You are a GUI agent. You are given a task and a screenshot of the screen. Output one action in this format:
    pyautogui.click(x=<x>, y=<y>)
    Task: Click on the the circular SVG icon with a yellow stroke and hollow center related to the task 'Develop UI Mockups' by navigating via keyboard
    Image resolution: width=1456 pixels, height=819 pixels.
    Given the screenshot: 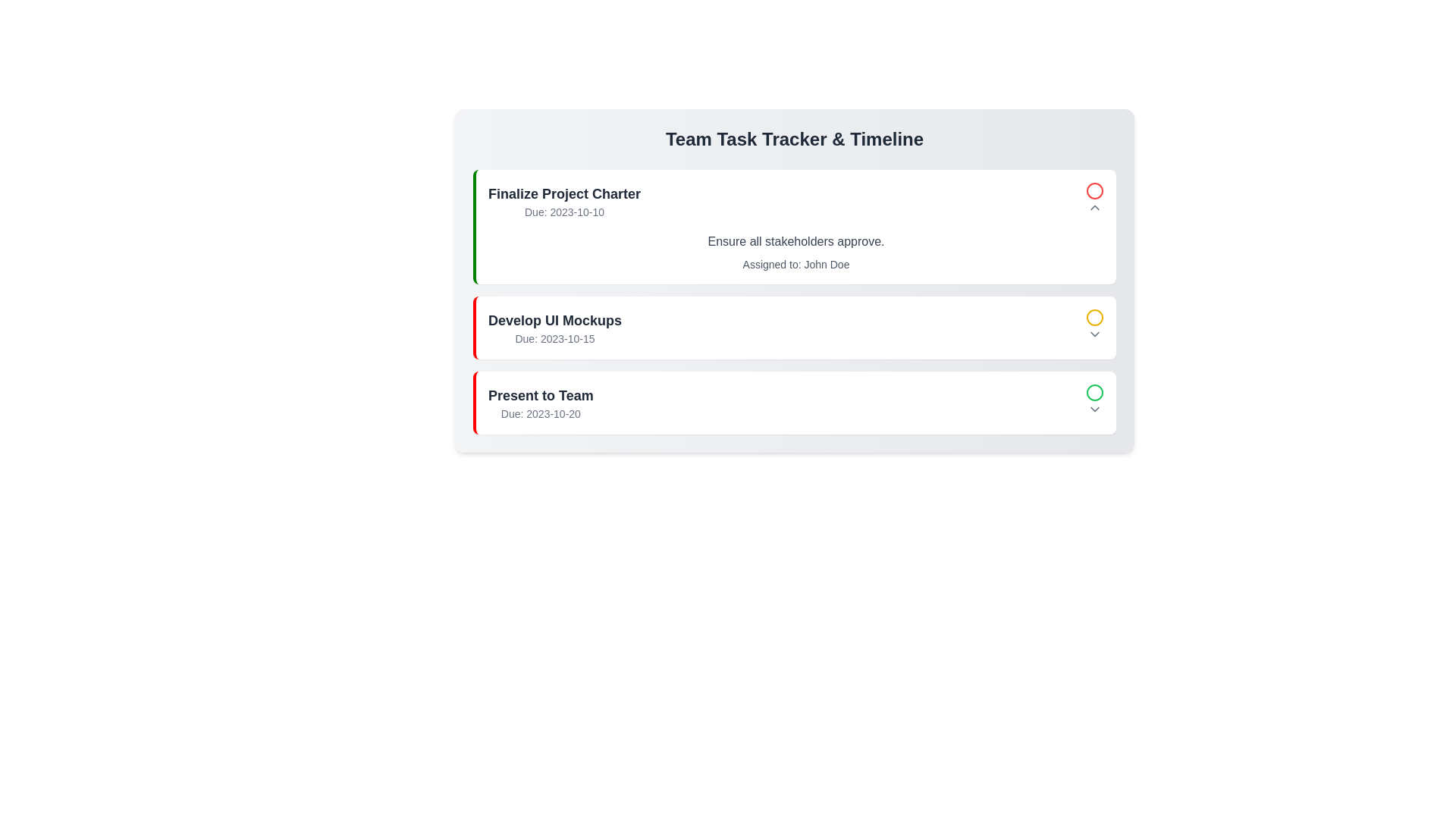 What is the action you would take?
    pyautogui.click(x=1095, y=317)
    